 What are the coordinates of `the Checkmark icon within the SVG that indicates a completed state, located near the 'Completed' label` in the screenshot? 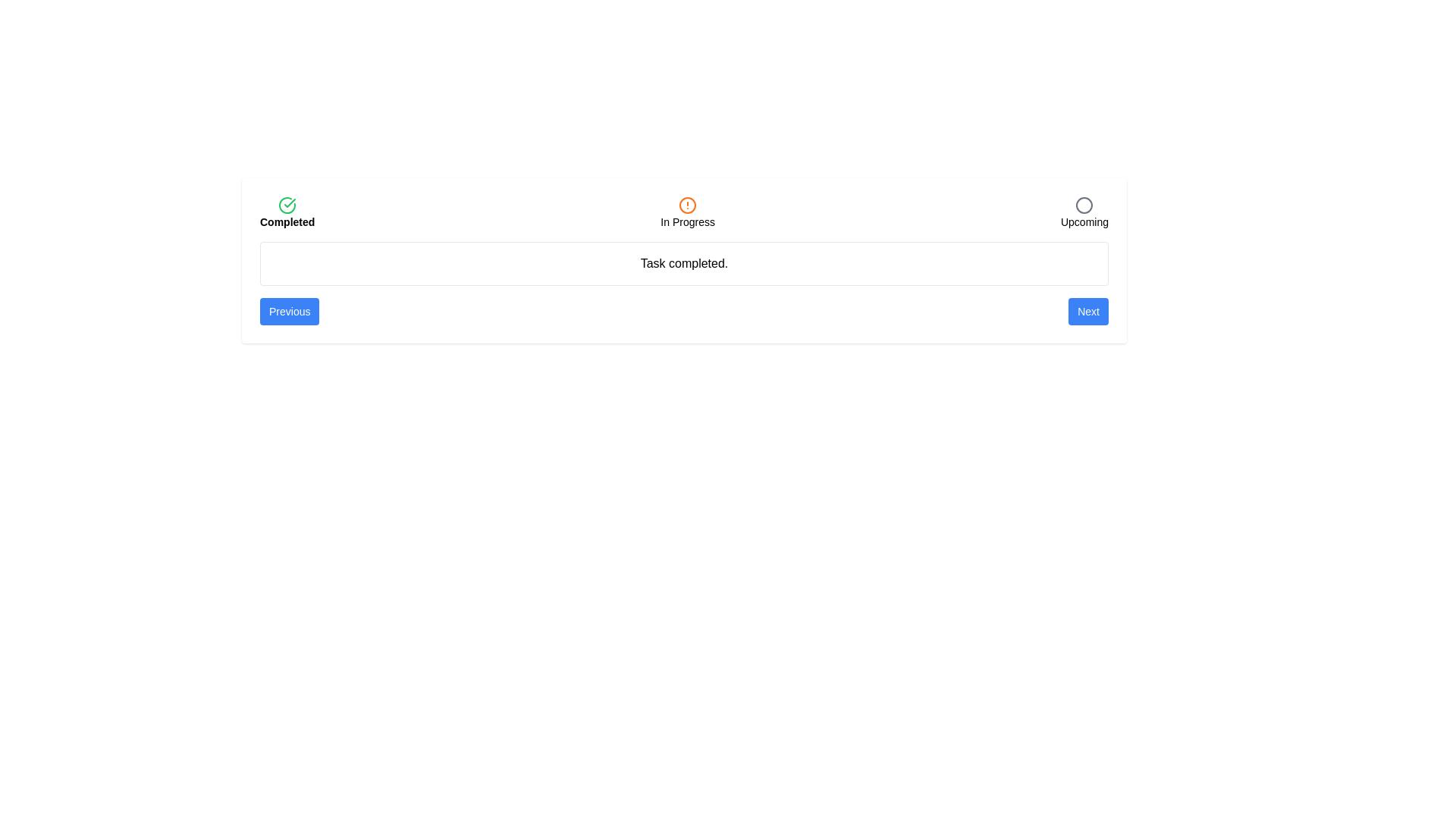 It's located at (290, 202).